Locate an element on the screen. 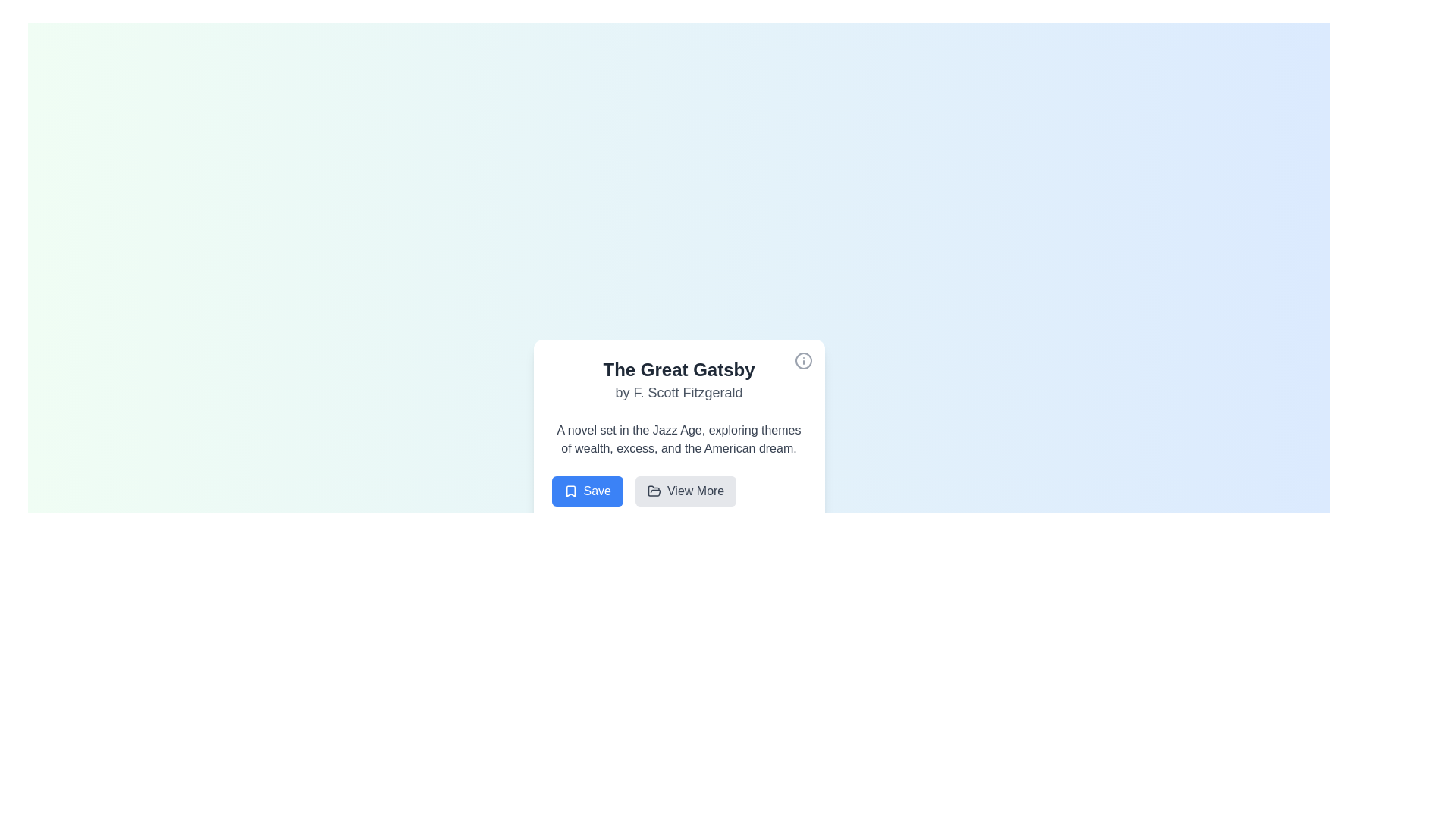 The width and height of the screenshot is (1456, 819). the bookmark icon located on the leftmost side of the 'Save' button is located at coordinates (570, 491).